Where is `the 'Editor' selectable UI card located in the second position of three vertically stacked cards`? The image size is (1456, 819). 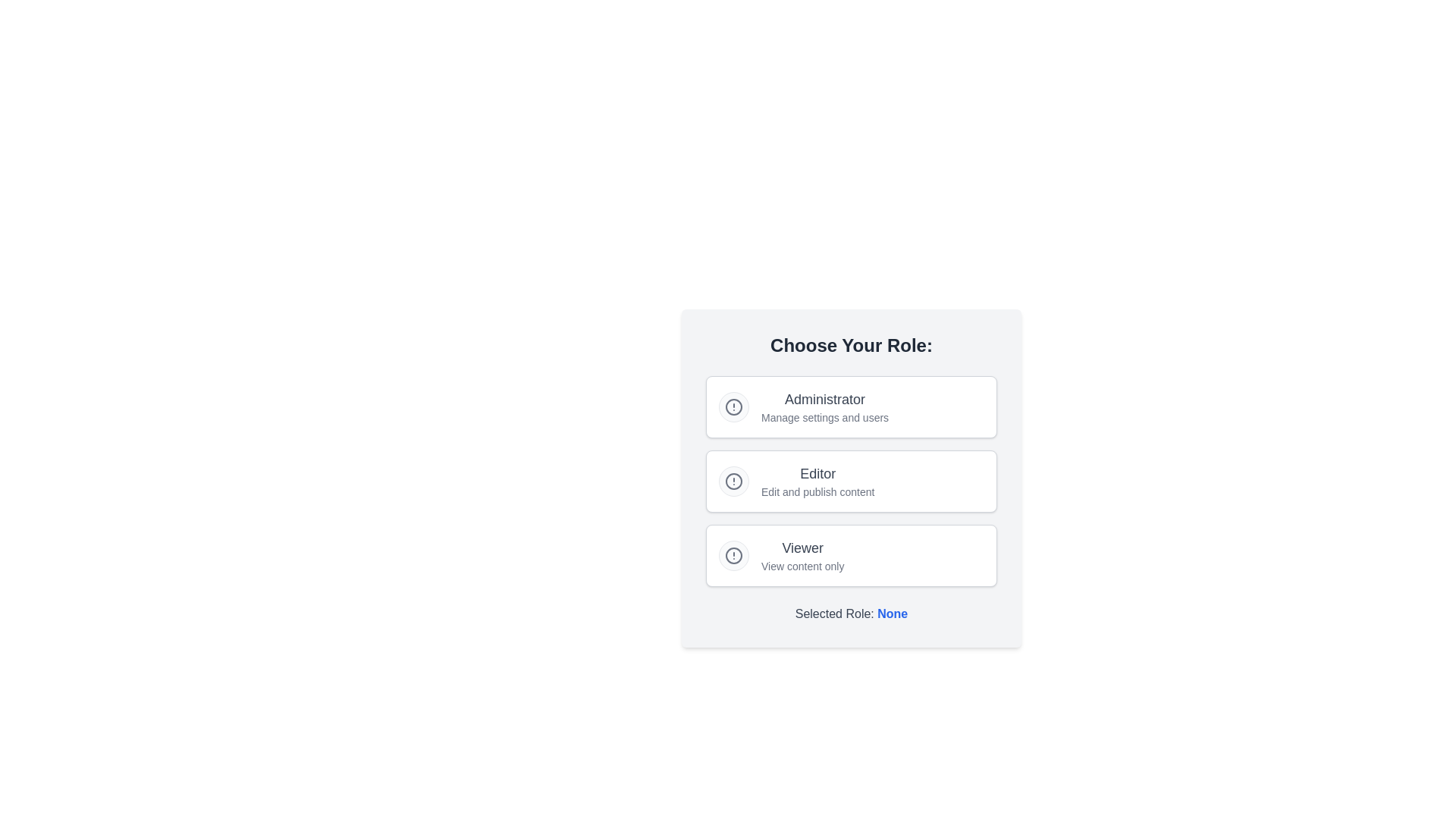 the 'Editor' selectable UI card located in the second position of three vertically stacked cards is located at coordinates (852, 482).